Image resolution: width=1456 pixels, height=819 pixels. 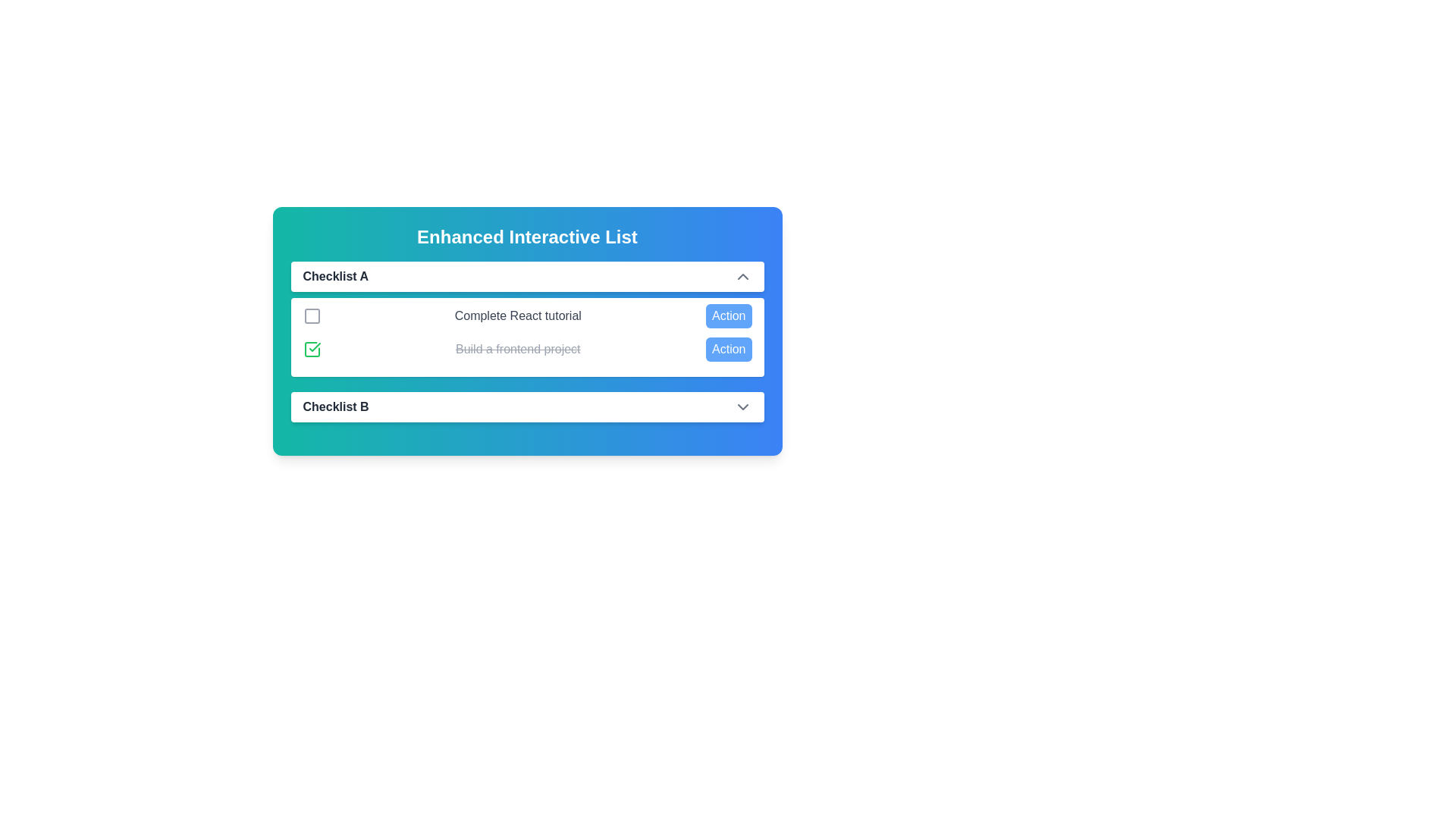 What do you see at coordinates (527, 342) in the screenshot?
I see `the checkbox in the structured list under the 'Enhanced Interactive List' heading` at bounding box center [527, 342].